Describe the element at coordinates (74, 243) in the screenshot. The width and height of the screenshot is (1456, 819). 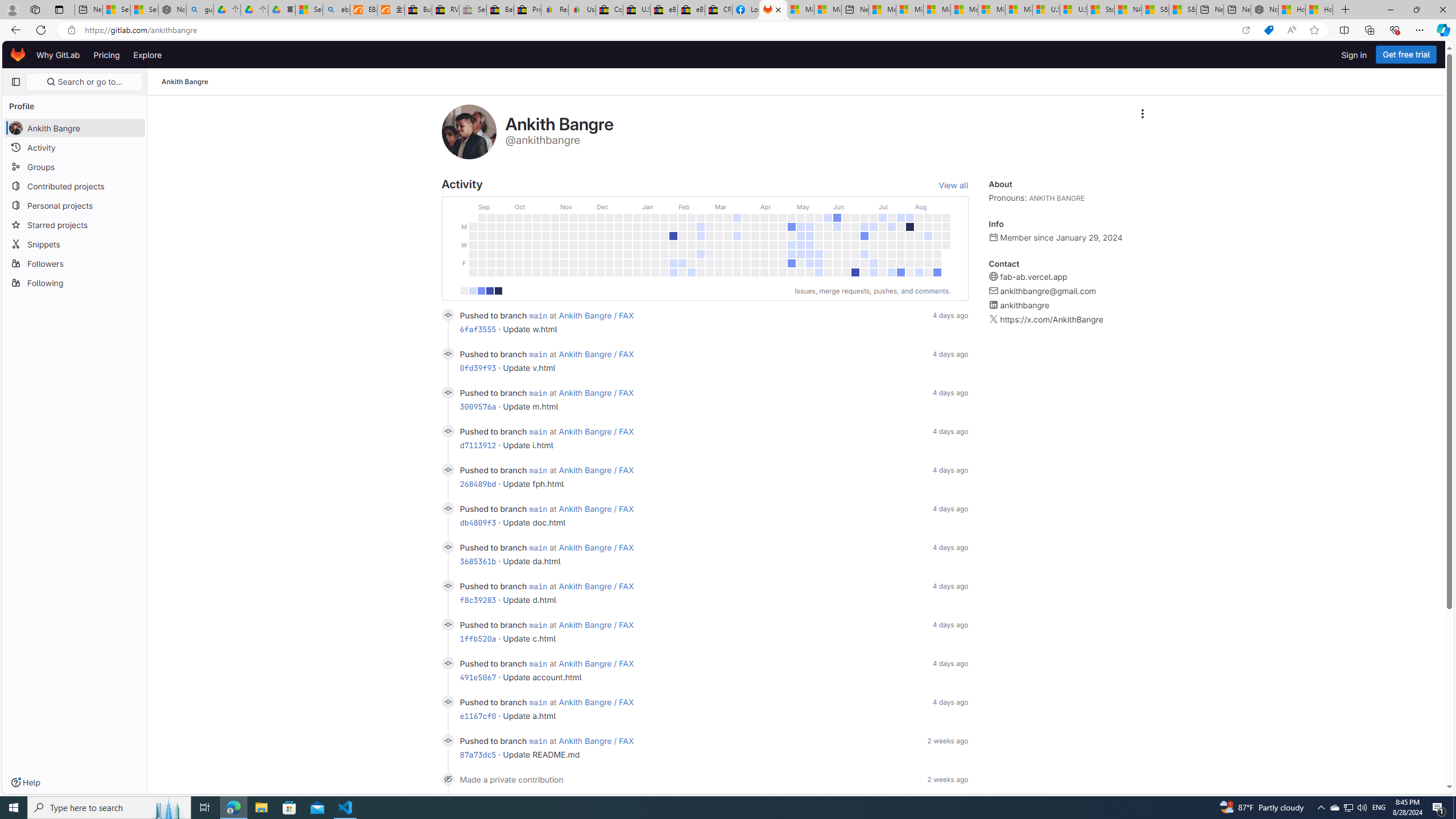
I see `'Snippets'` at that location.